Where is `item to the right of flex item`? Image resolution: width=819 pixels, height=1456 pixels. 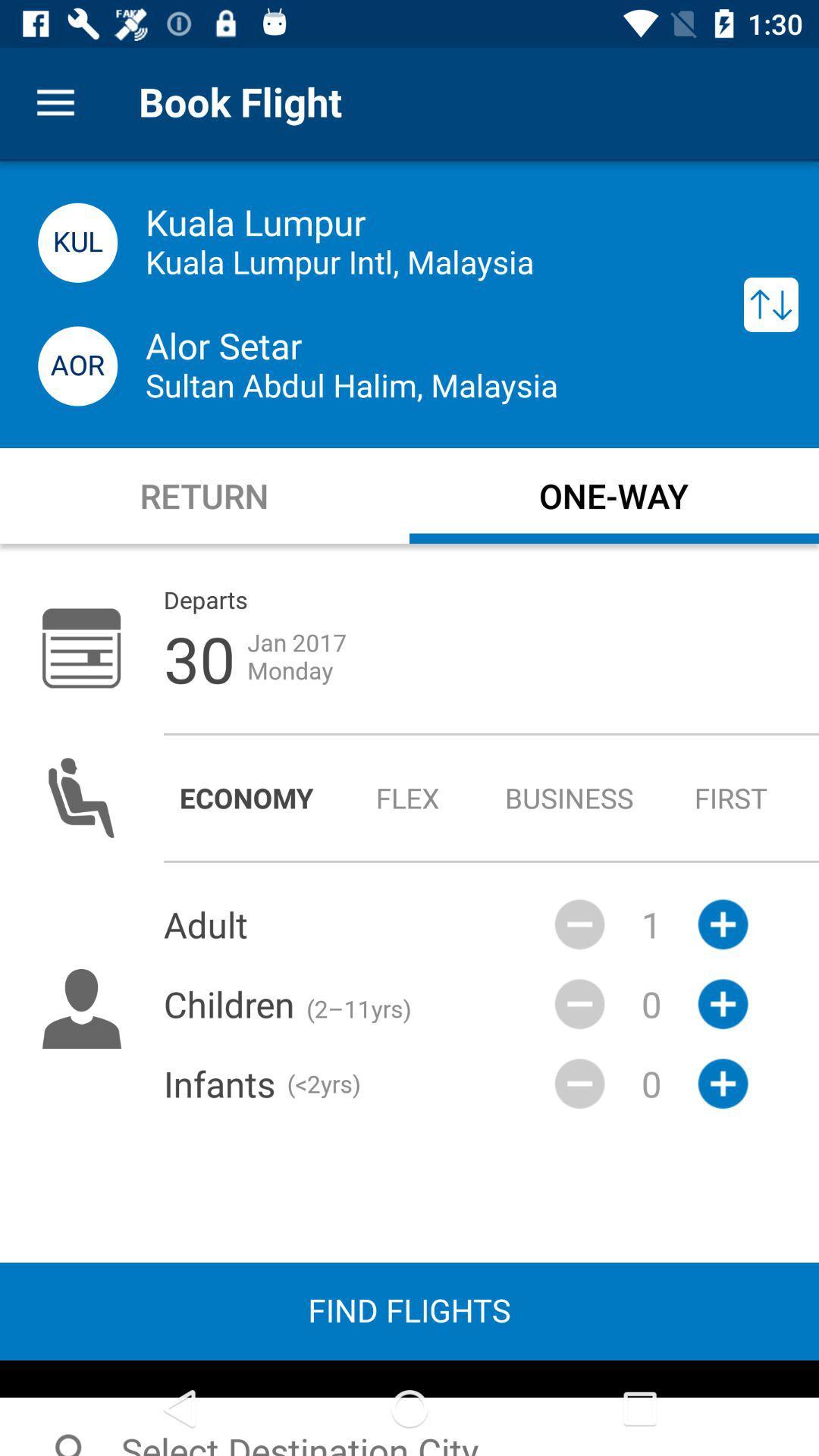
item to the right of flex item is located at coordinates (570, 797).